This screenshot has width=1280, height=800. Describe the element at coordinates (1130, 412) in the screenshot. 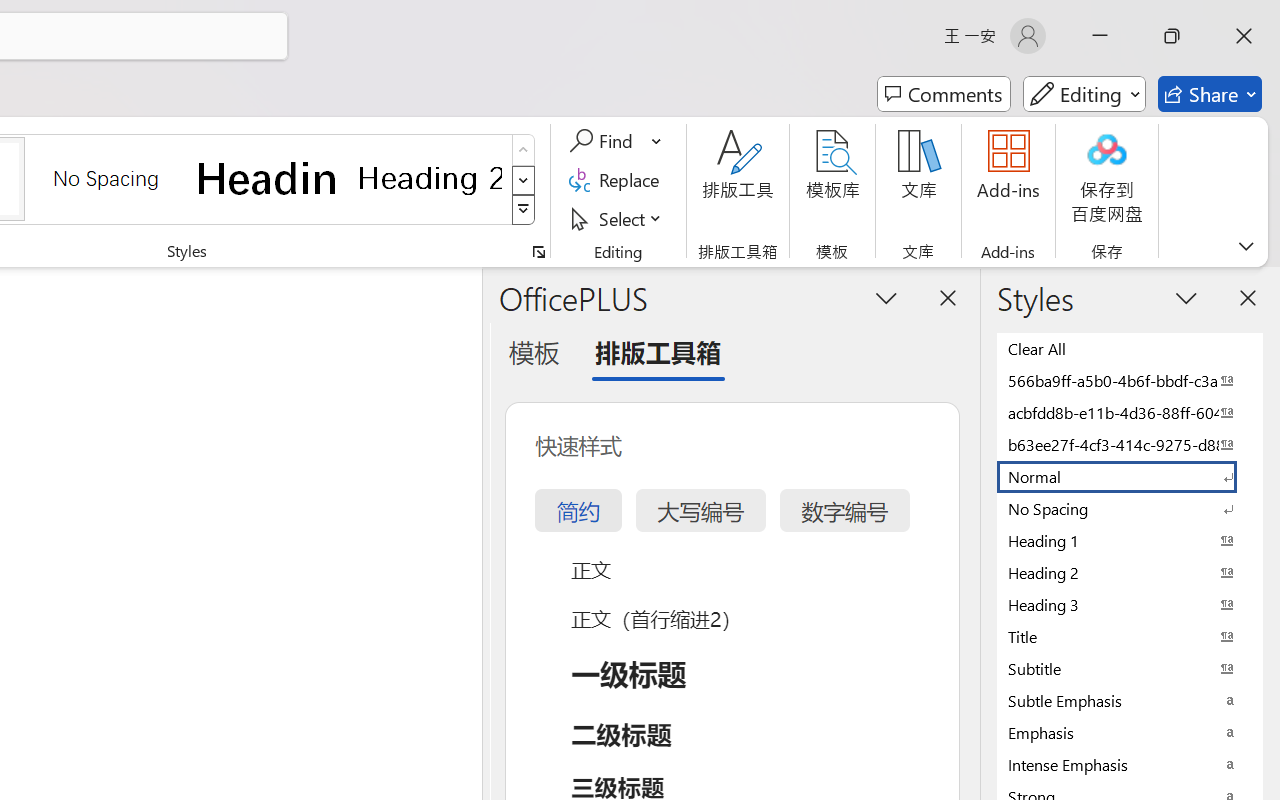

I see `'acbfdd8b-e11b-4d36-88ff-6049b138f862'` at that location.